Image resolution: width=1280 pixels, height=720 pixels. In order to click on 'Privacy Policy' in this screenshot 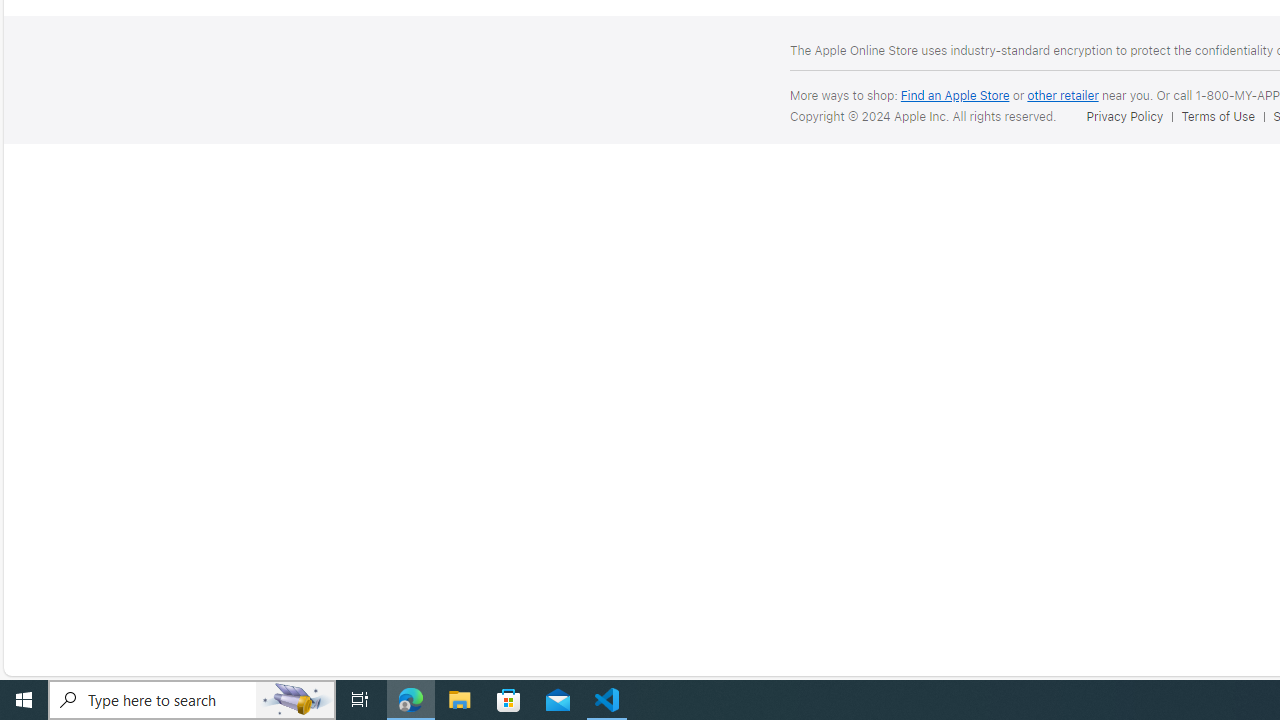, I will do `click(1128, 116)`.